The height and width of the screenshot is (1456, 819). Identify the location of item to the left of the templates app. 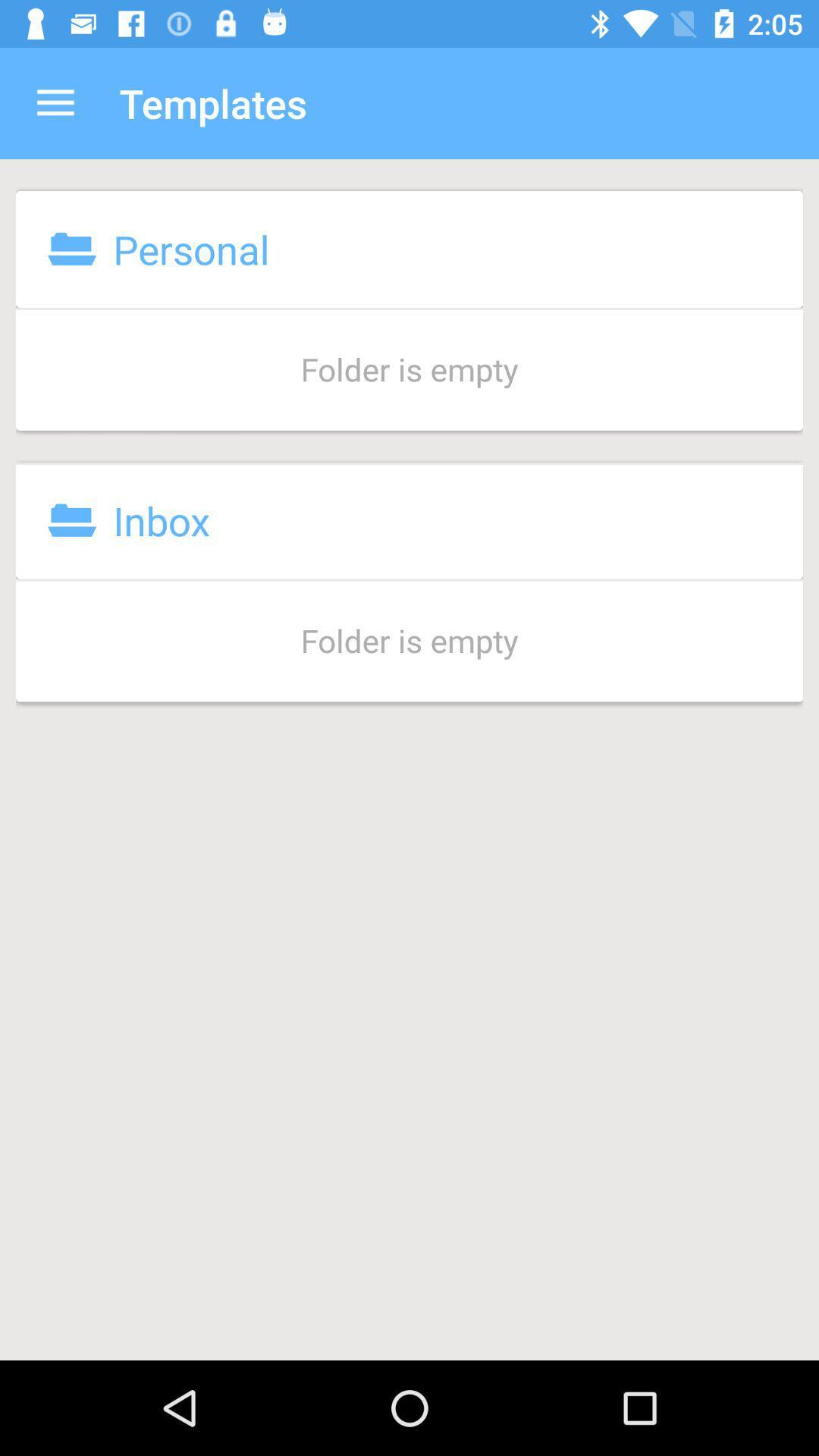
(55, 102).